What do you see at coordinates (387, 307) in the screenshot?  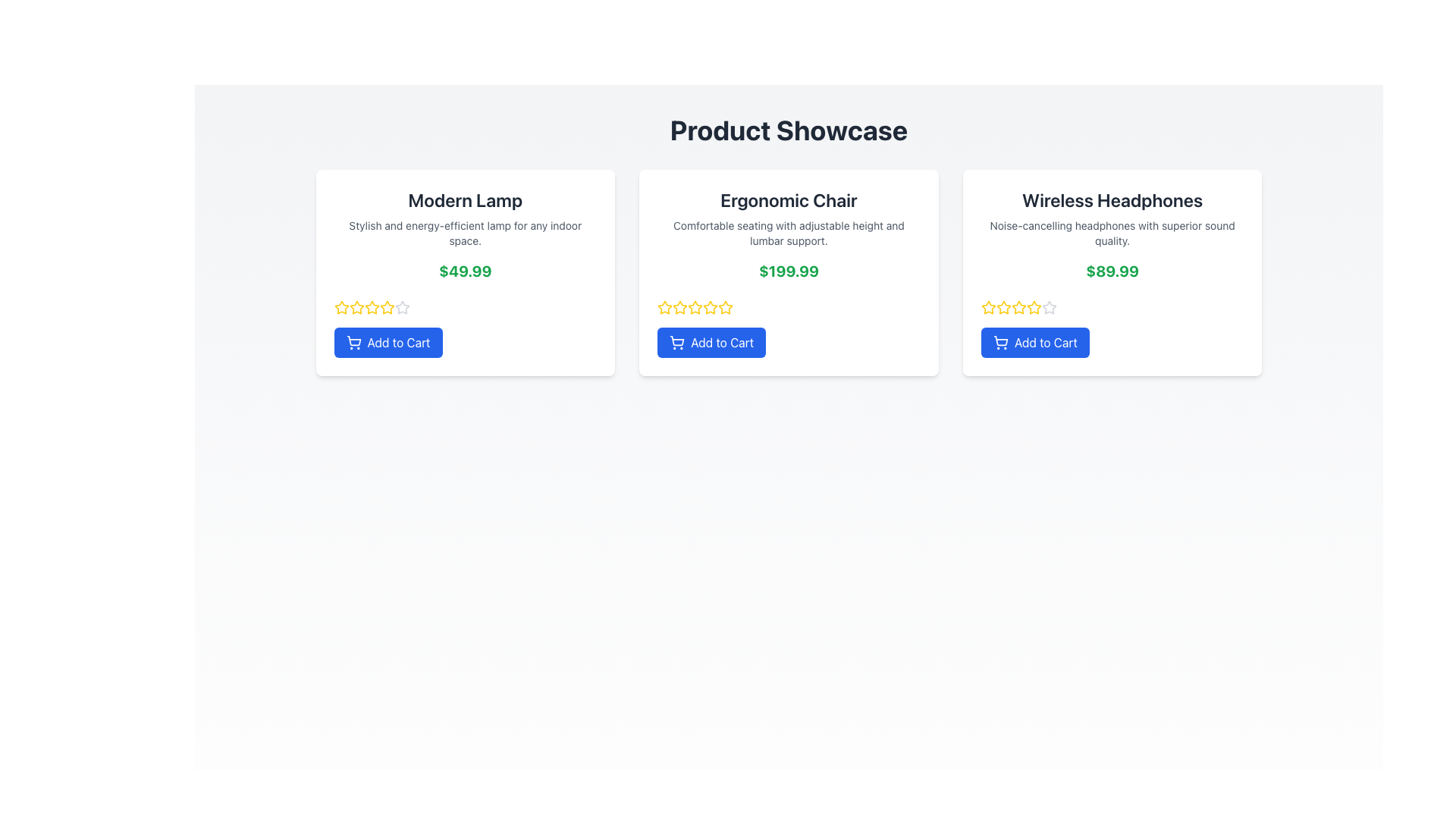 I see `the third star icon in the rating system for the 'Modern Lamp' card, which is filled with gold and outlined, indicating its part of a five-star rating layout` at bounding box center [387, 307].